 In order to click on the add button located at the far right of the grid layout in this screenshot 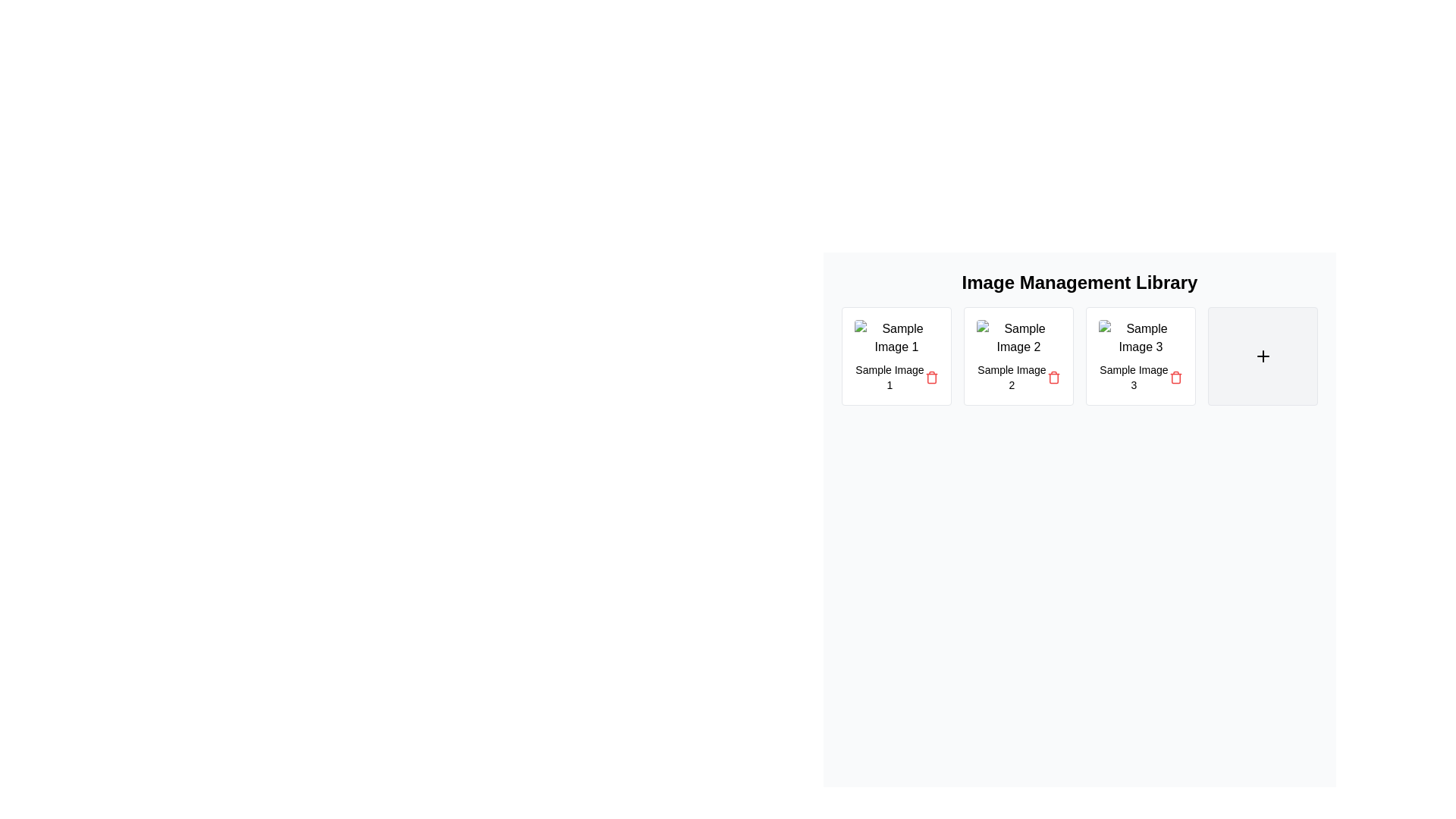, I will do `click(1263, 356)`.